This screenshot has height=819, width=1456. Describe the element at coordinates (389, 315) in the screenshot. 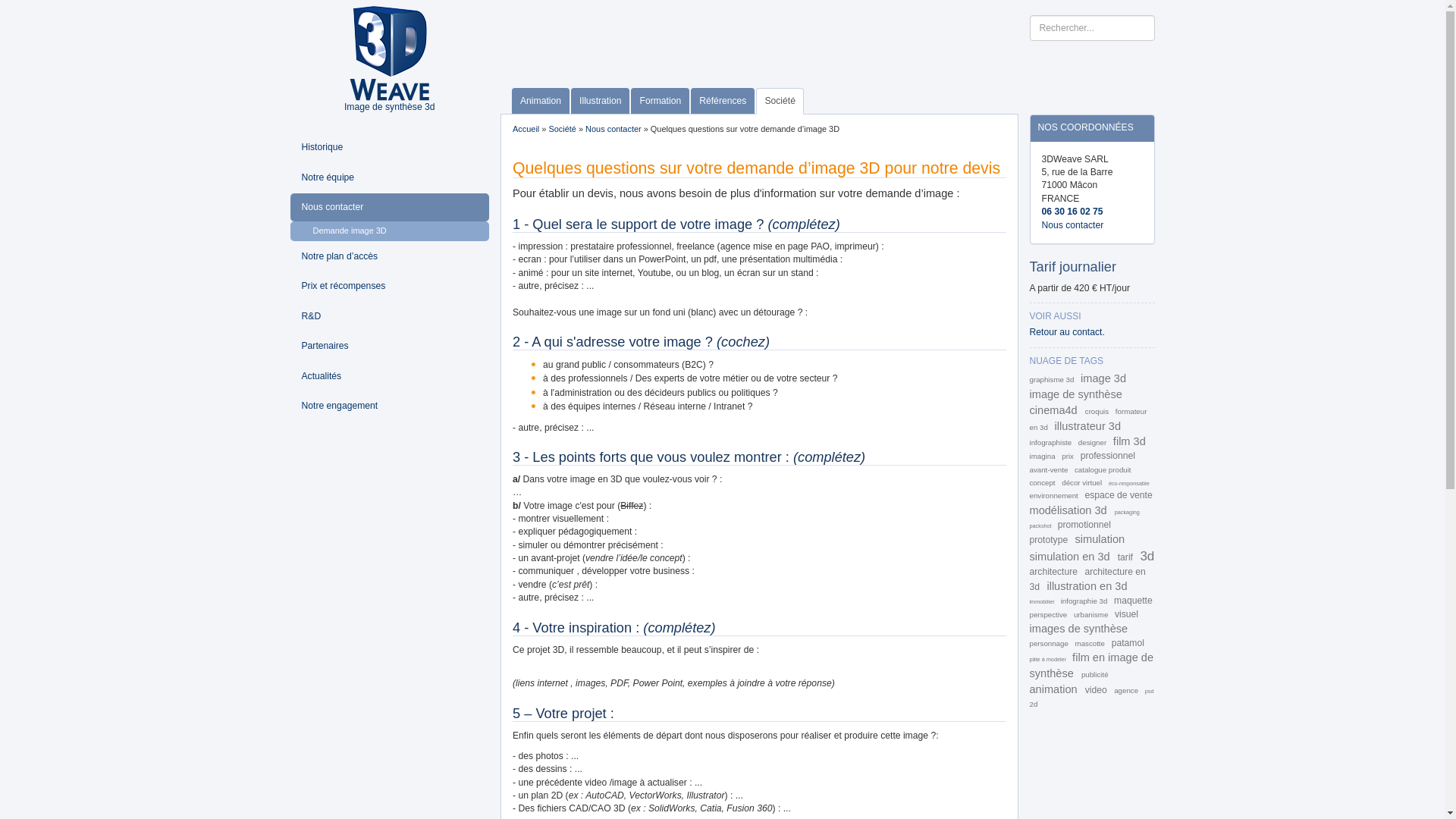

I see `'R&D'` at that location.